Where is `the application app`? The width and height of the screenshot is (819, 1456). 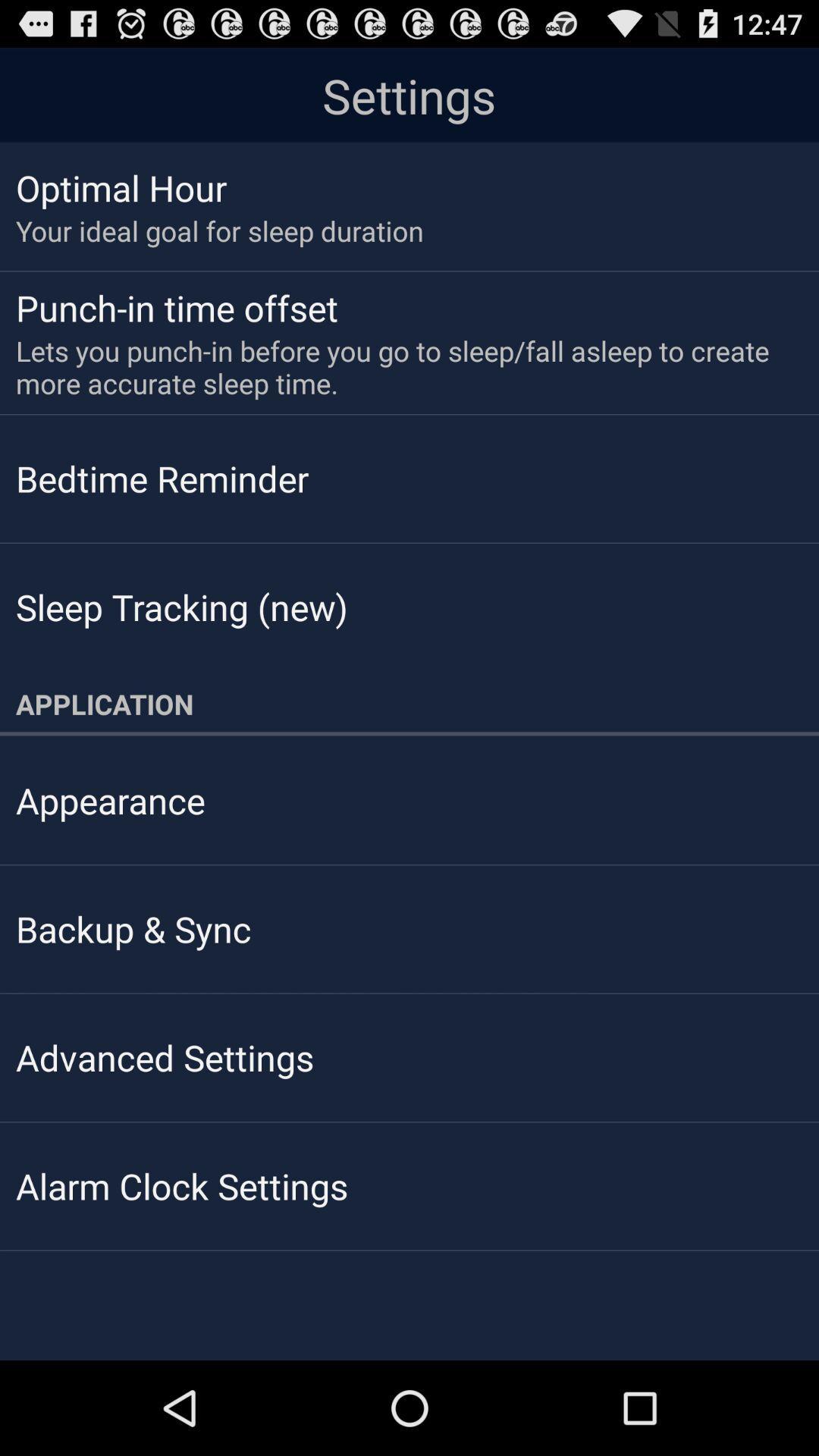
the application app is located at coordinates (409, 703).